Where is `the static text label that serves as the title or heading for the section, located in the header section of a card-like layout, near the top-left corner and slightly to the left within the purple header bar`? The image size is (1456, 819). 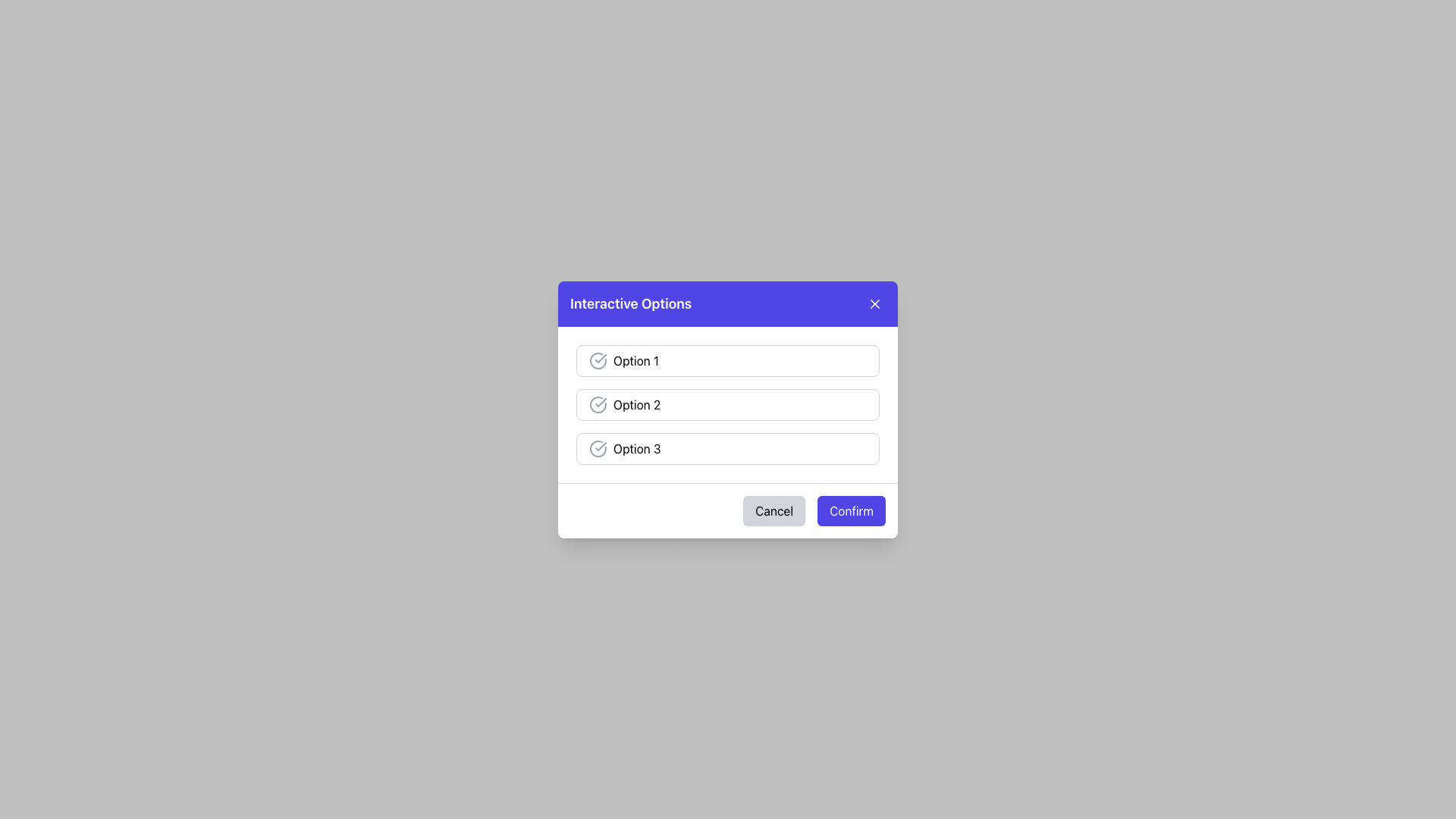 the static text label that serves as the title or heading for the section, located in the header section of a card-like layout, near the top-left corner and slightly to the left within the purple header bar is located at coordinates (631, 303).